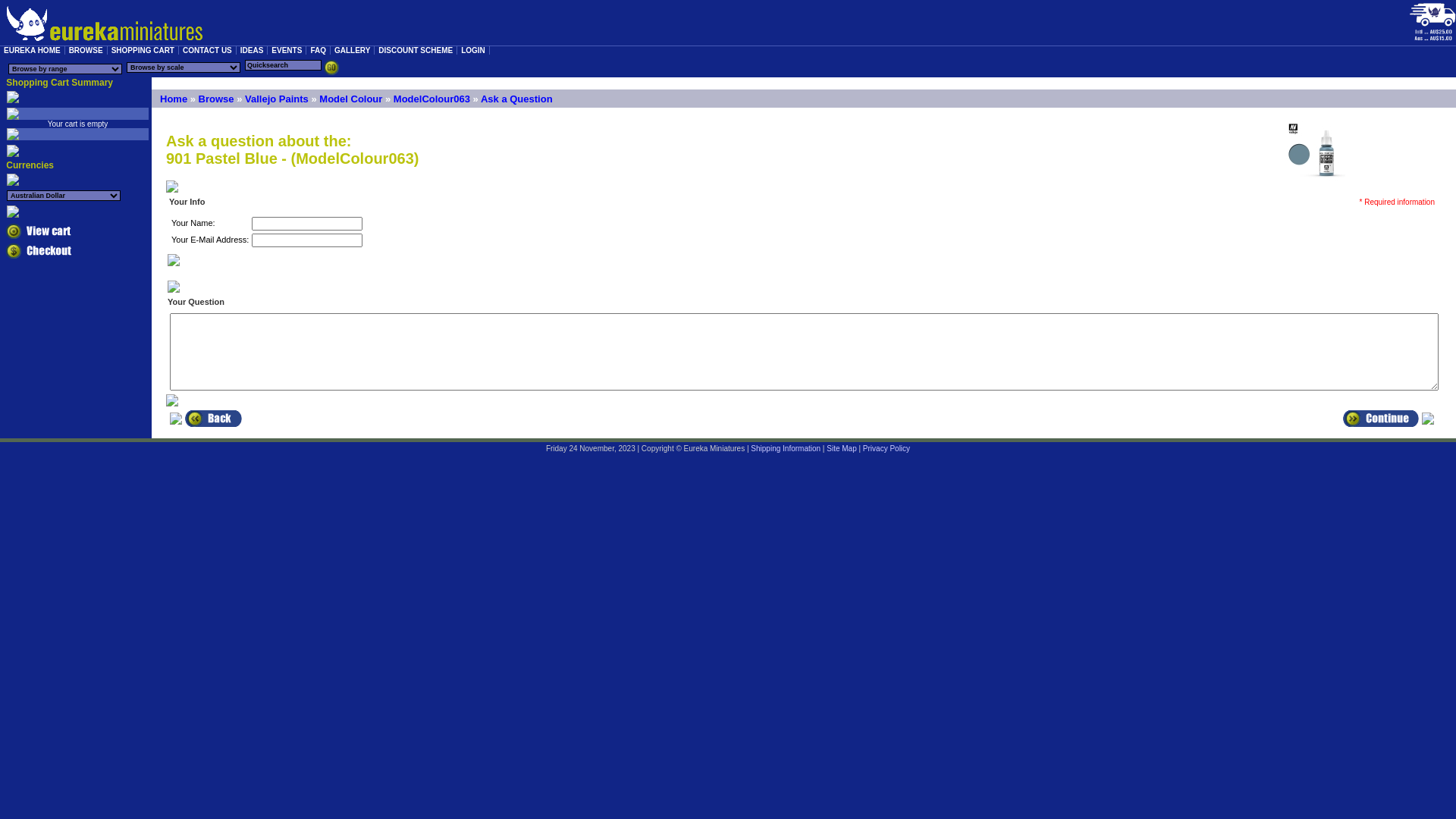 The height and width of the screenshot is (819, 1456). Describe the element at coordinates (786, 447) in the screenshot. I see `'Shipping Information'` at that location.